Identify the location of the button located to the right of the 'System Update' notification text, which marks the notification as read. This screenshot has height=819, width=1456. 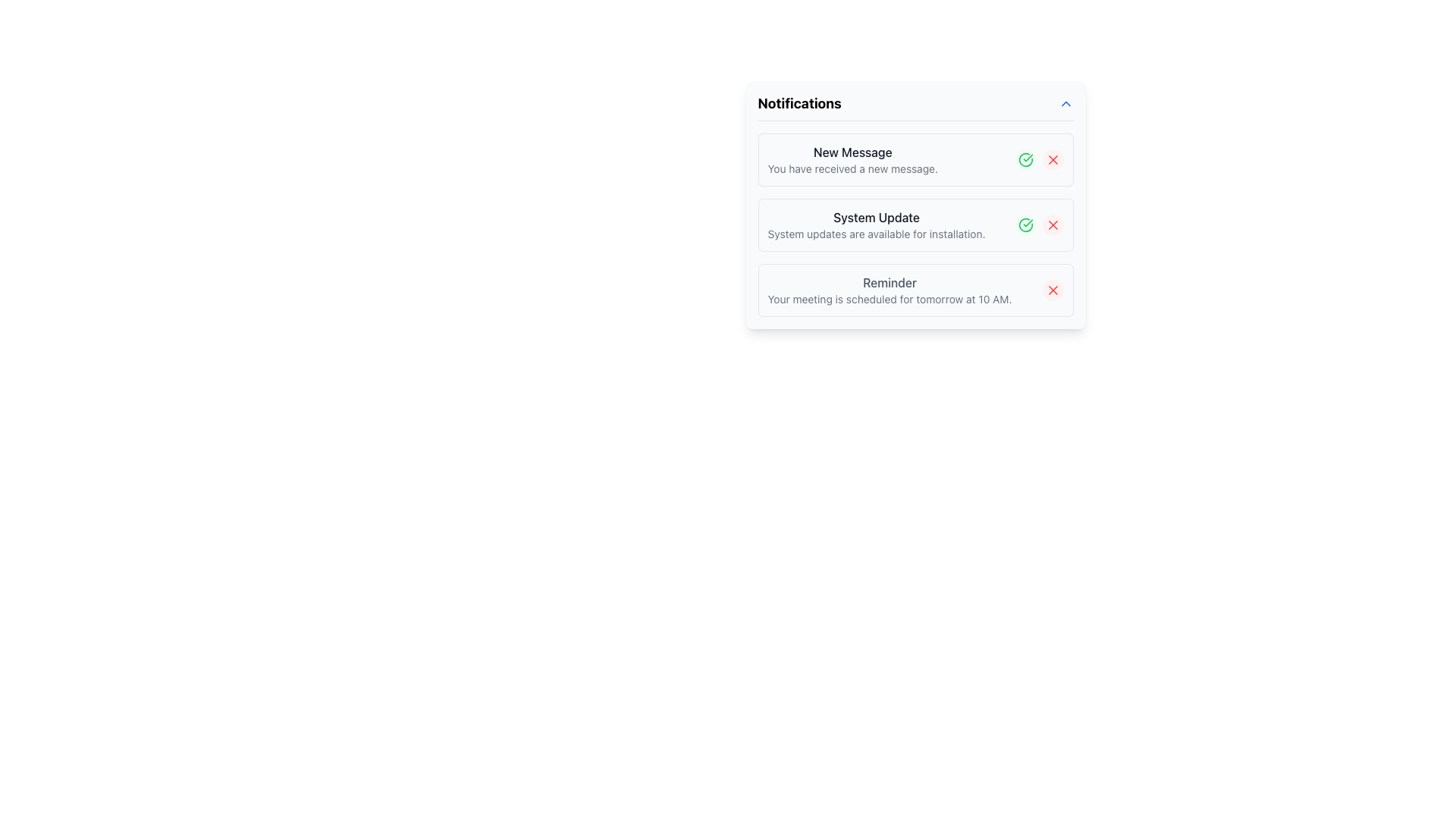
(1025, 225).